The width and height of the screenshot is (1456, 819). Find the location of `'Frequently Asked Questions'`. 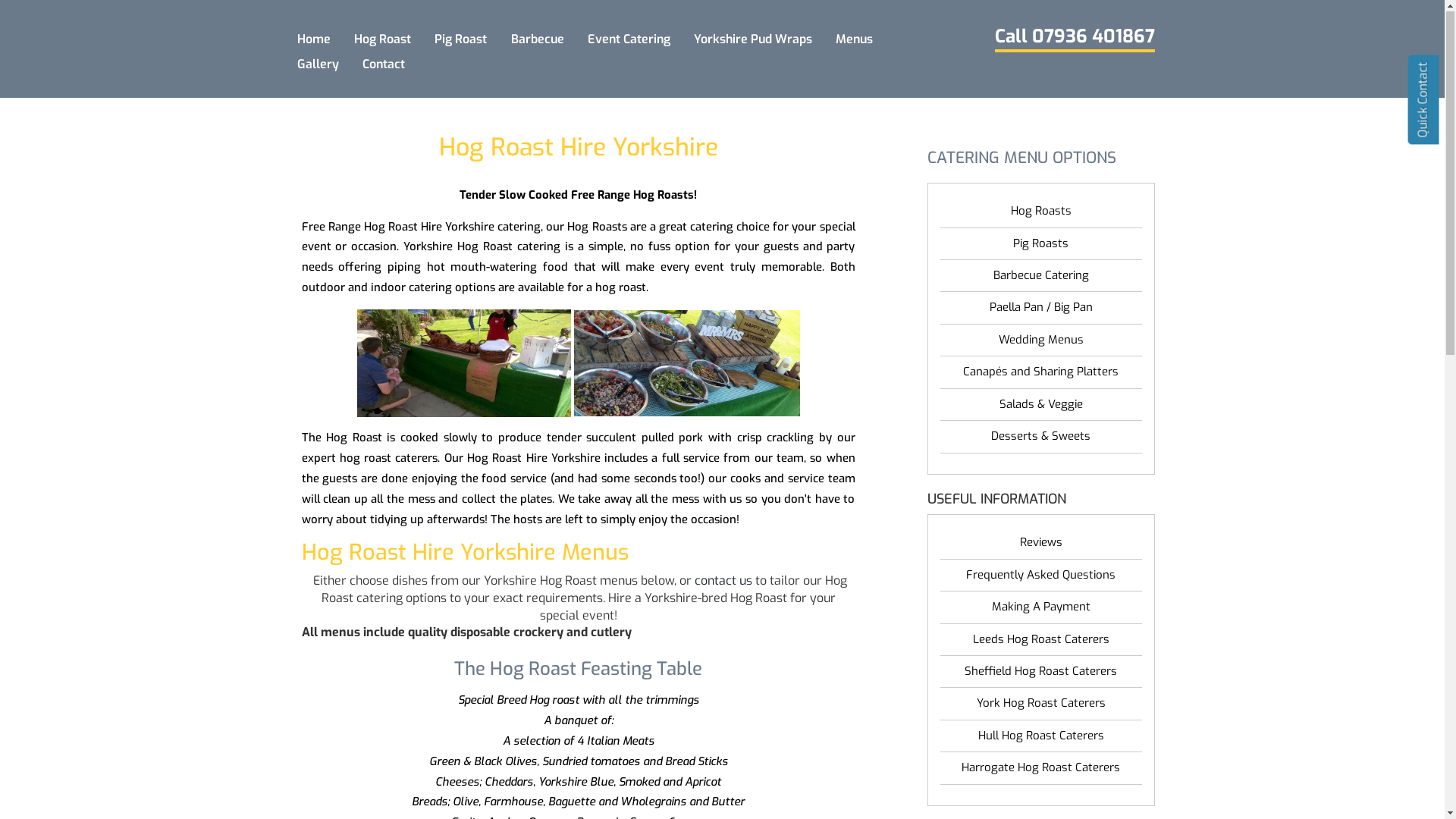

'Frequently Asked Questions' is located at coordinates (1040, 576).